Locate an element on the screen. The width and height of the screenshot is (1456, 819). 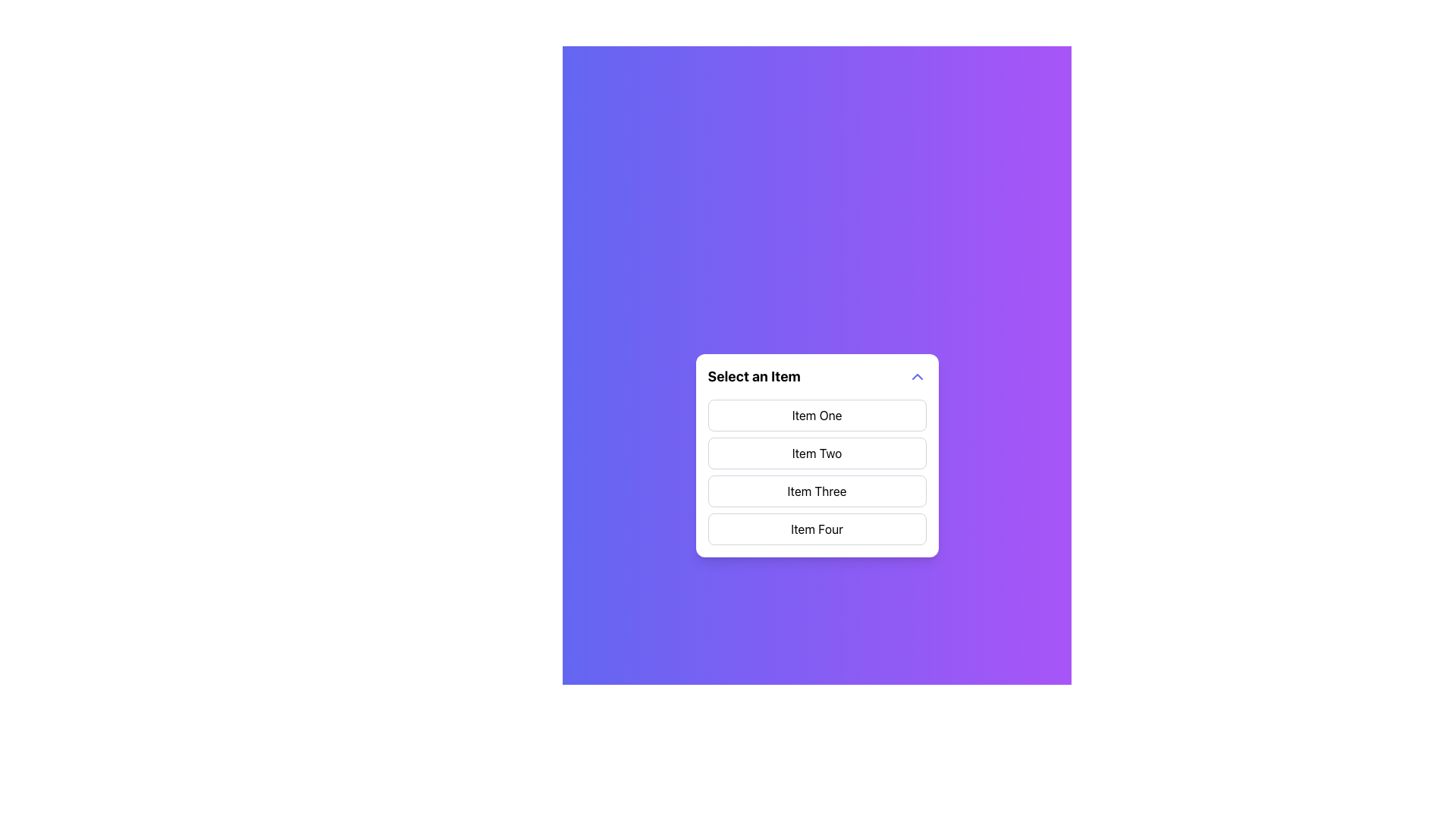
the mouse across the options in the Dropdown Menu labeled 'Item One', 'Item Two', 'Item Three', and 'Item Four' is located at coordinates (816, 455).